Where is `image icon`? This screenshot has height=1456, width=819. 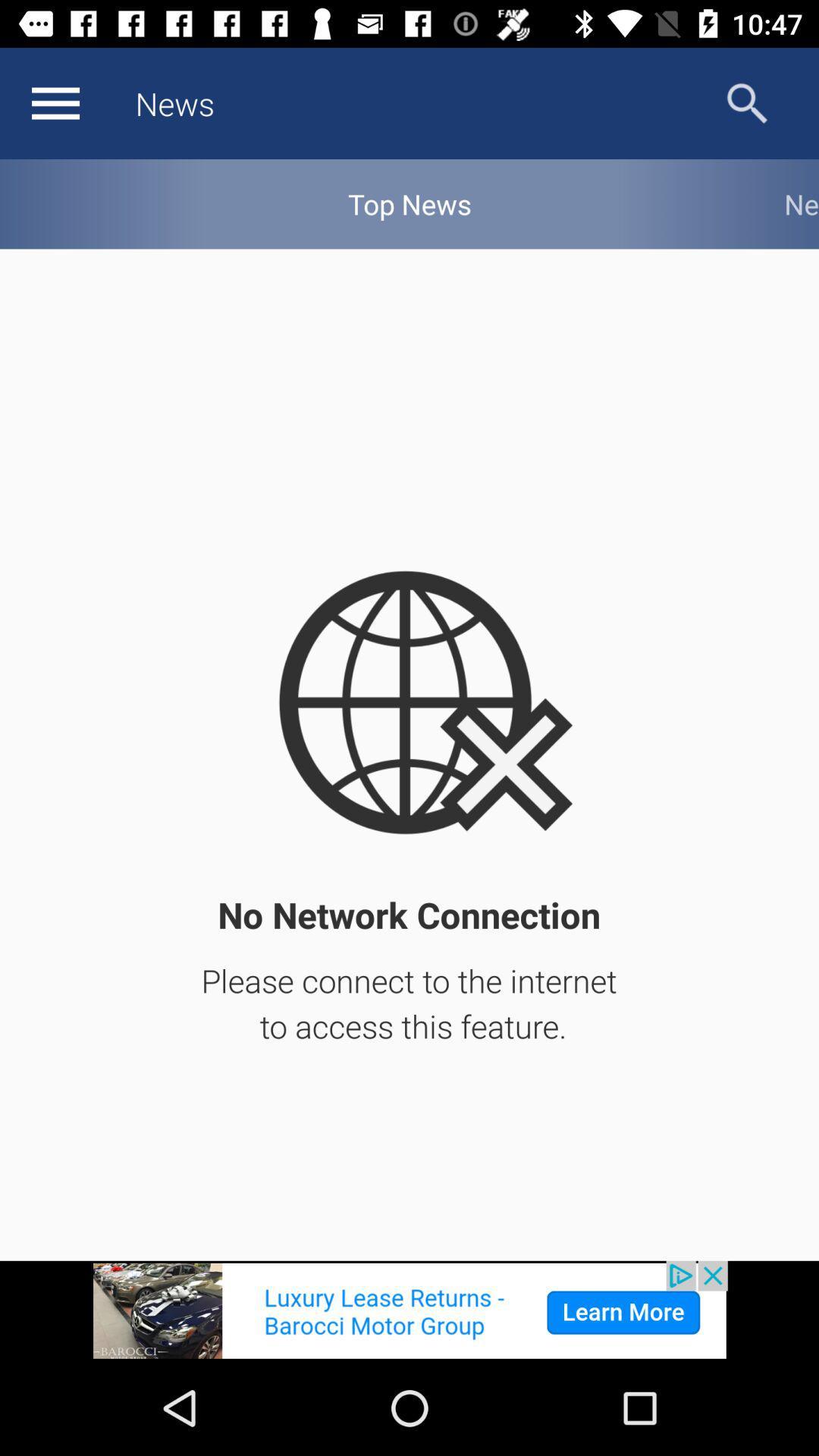
image icon is located at coordinates (409, 1310).